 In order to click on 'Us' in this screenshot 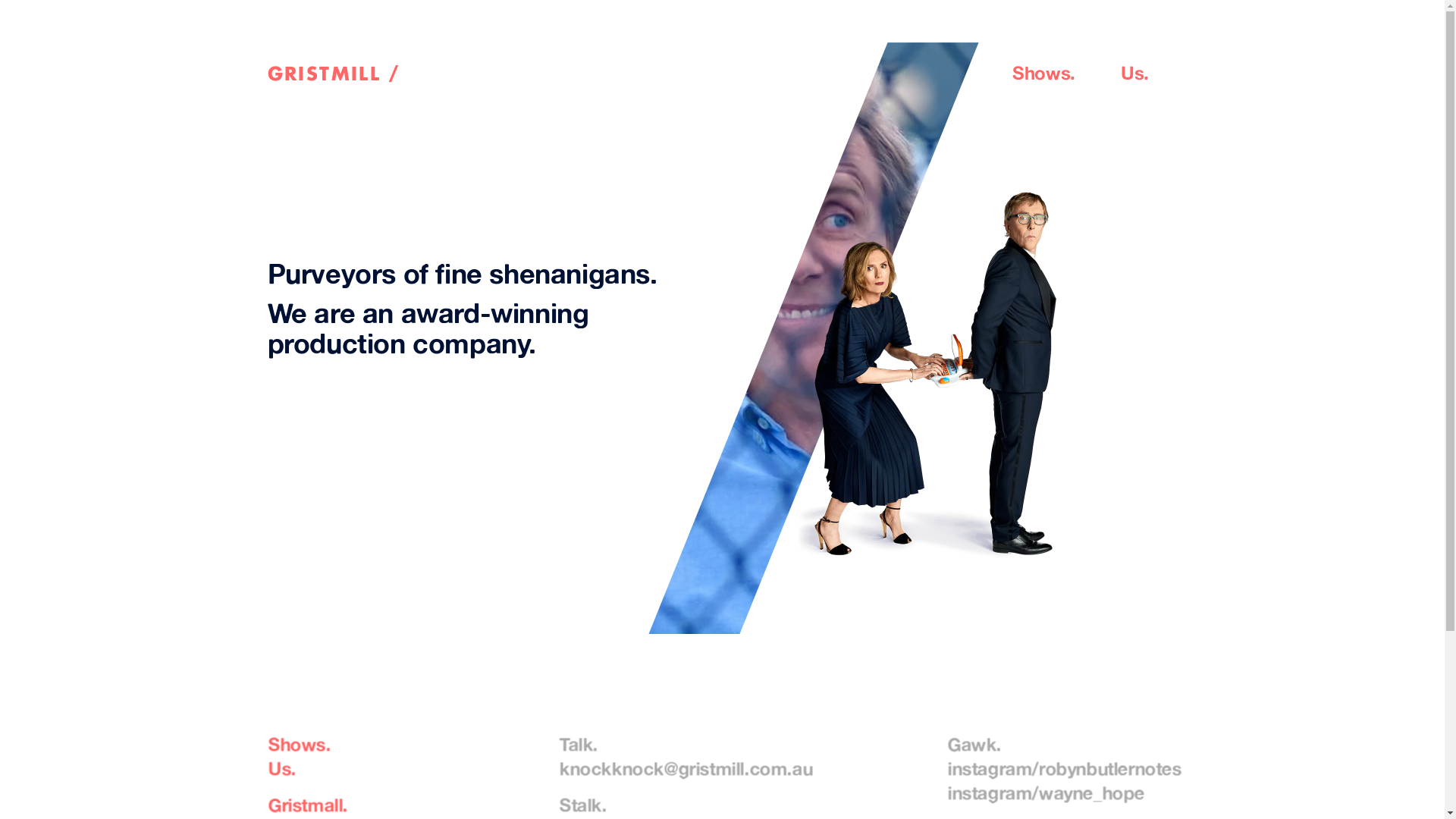, I will do `click(1131, 73)`.